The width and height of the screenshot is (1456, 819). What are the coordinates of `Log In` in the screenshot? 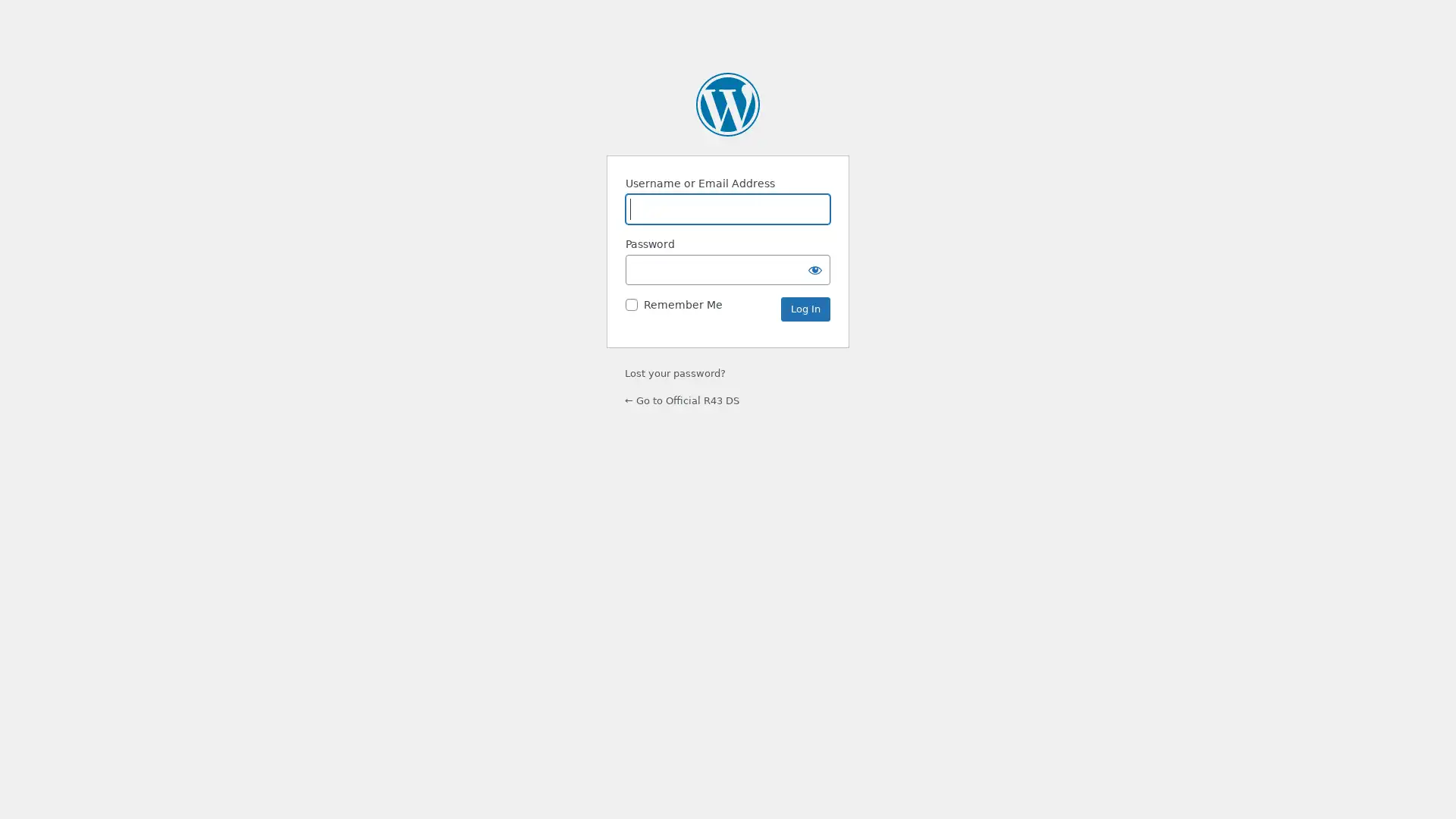 It's located at (805, 309).